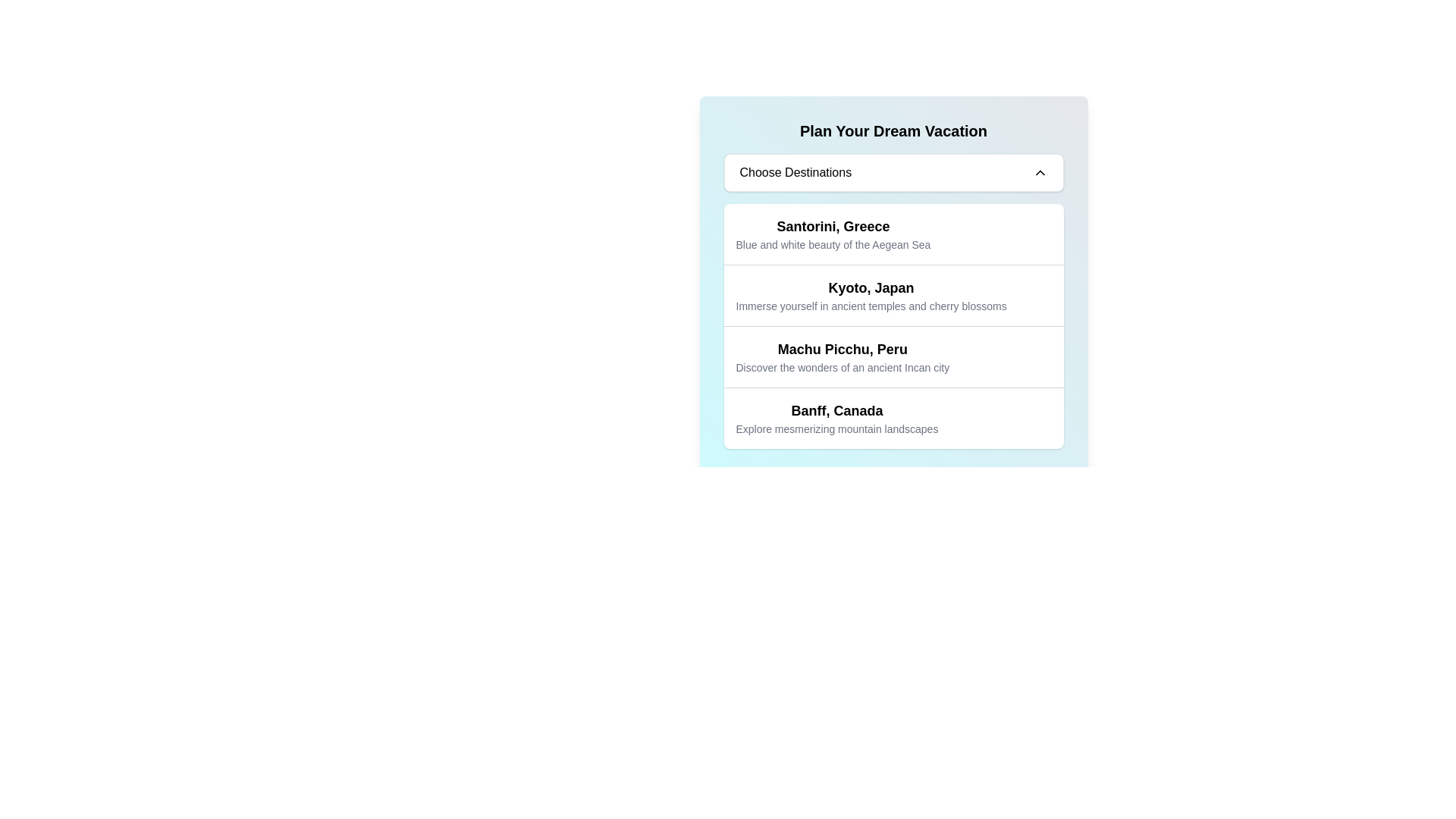  What do you see at coordinates (893, 356) in the screenshot?
I see `the third selectable card in the list of destinations labeled 'Machu Picchu, Peru'` at bounding box center [893, 356].